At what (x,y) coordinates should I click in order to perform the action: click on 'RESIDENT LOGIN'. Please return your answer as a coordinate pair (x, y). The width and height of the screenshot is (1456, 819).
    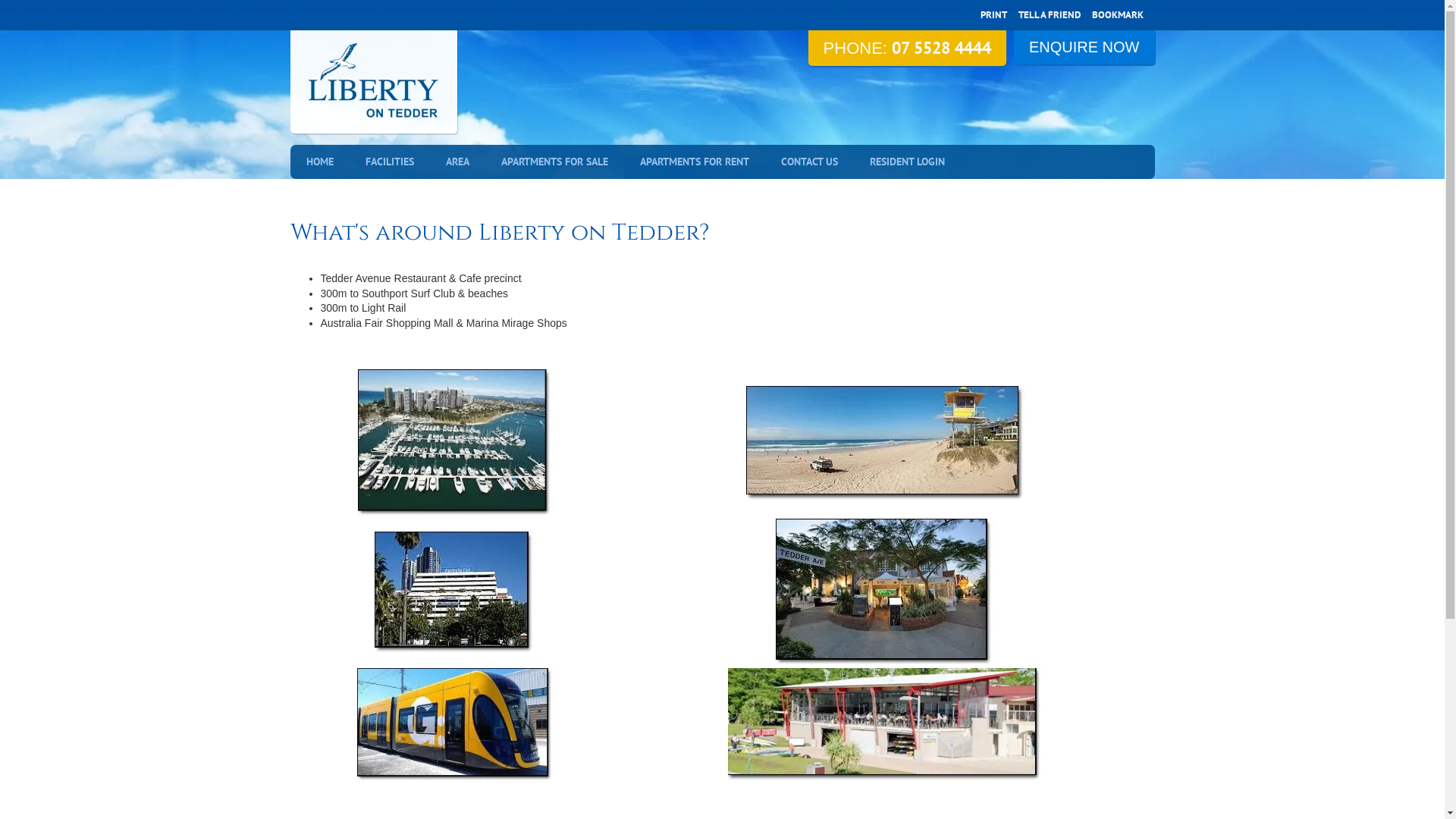
    Looking at the image, I should click on (869, 162).